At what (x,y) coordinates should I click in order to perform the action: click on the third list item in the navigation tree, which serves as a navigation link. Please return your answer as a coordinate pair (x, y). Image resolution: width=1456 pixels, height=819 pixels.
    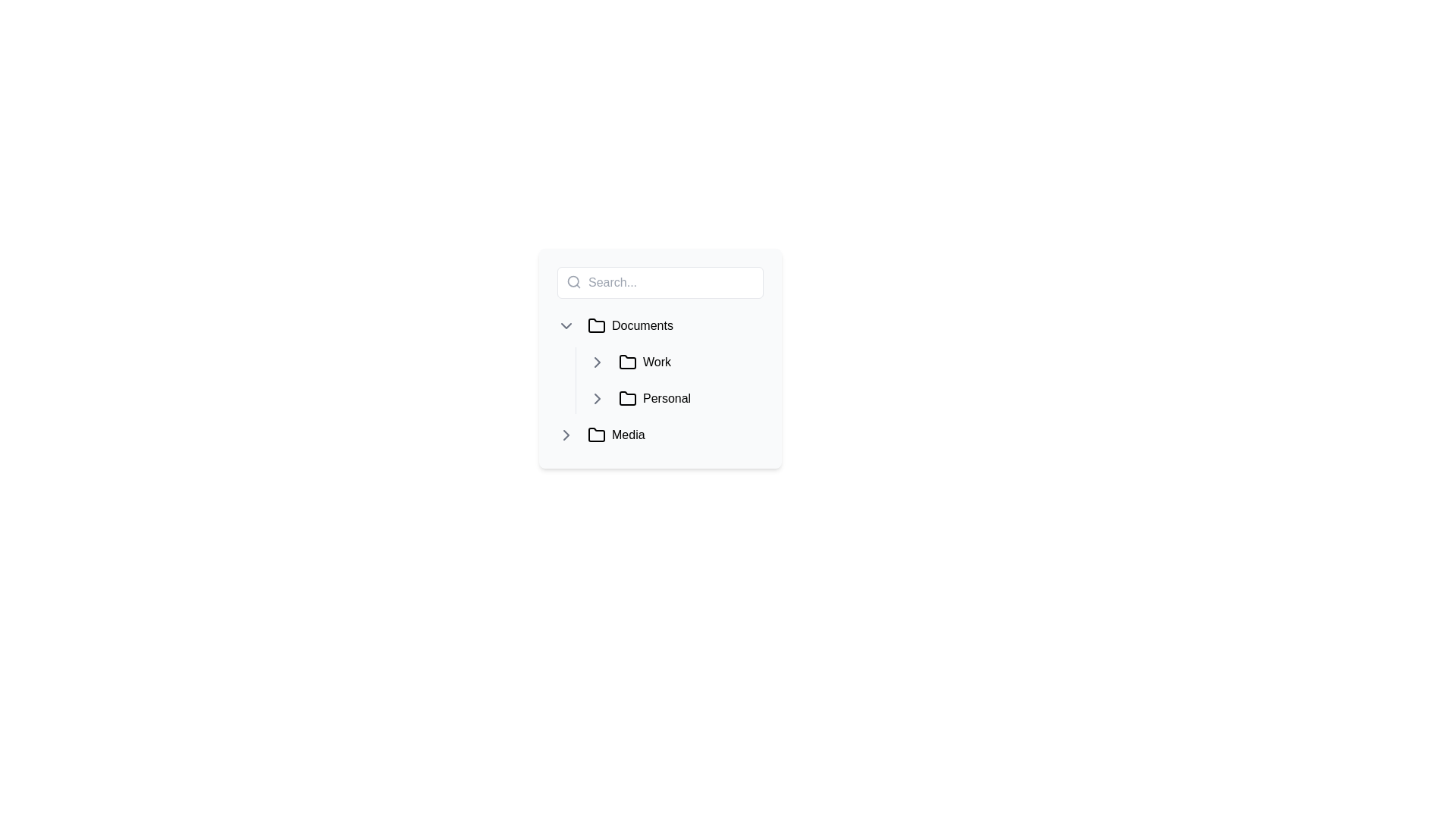
    Looking at the image, I should click on (672, 435).